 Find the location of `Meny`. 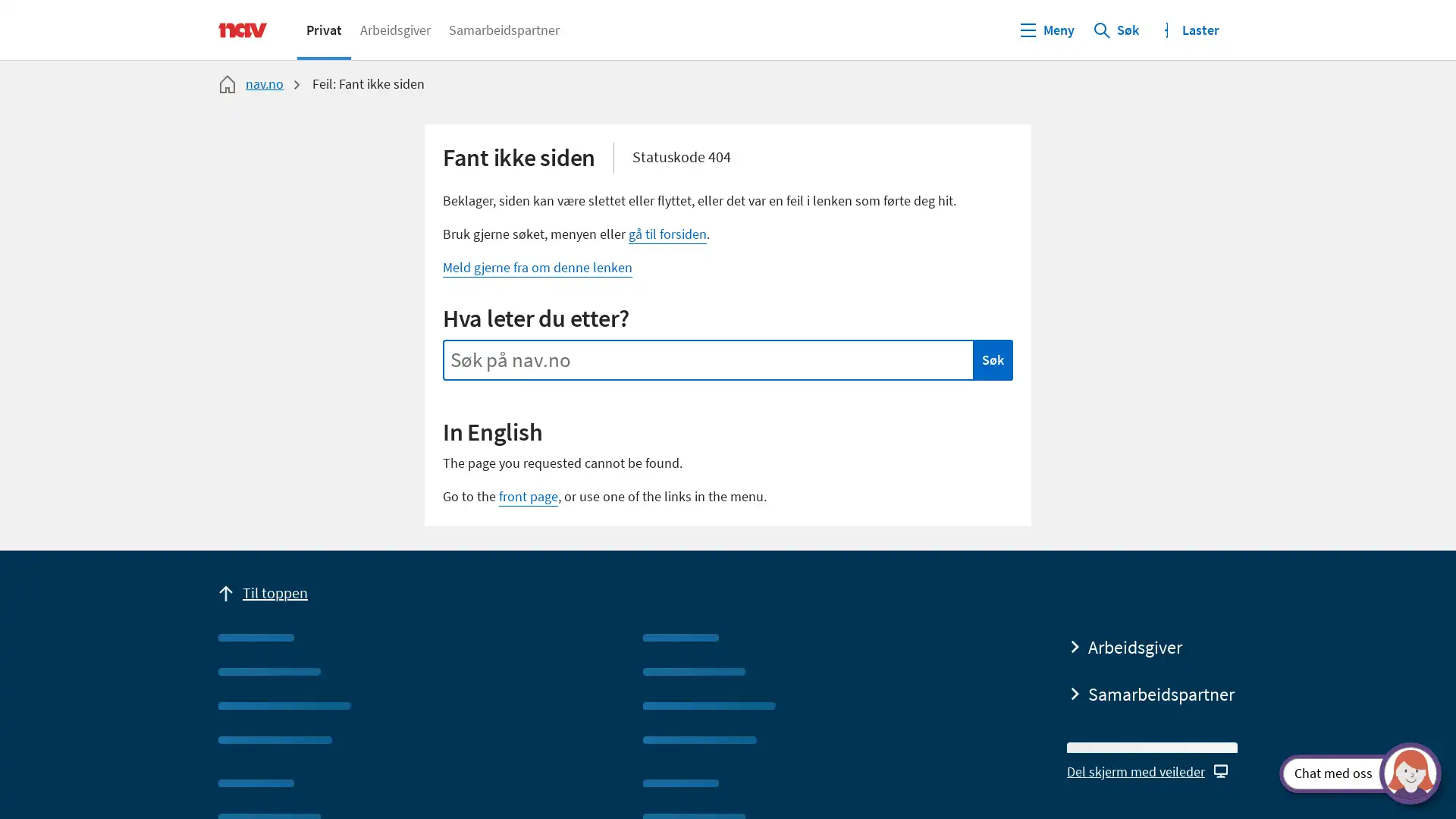

Meny is located at coordinates (1046, 29).